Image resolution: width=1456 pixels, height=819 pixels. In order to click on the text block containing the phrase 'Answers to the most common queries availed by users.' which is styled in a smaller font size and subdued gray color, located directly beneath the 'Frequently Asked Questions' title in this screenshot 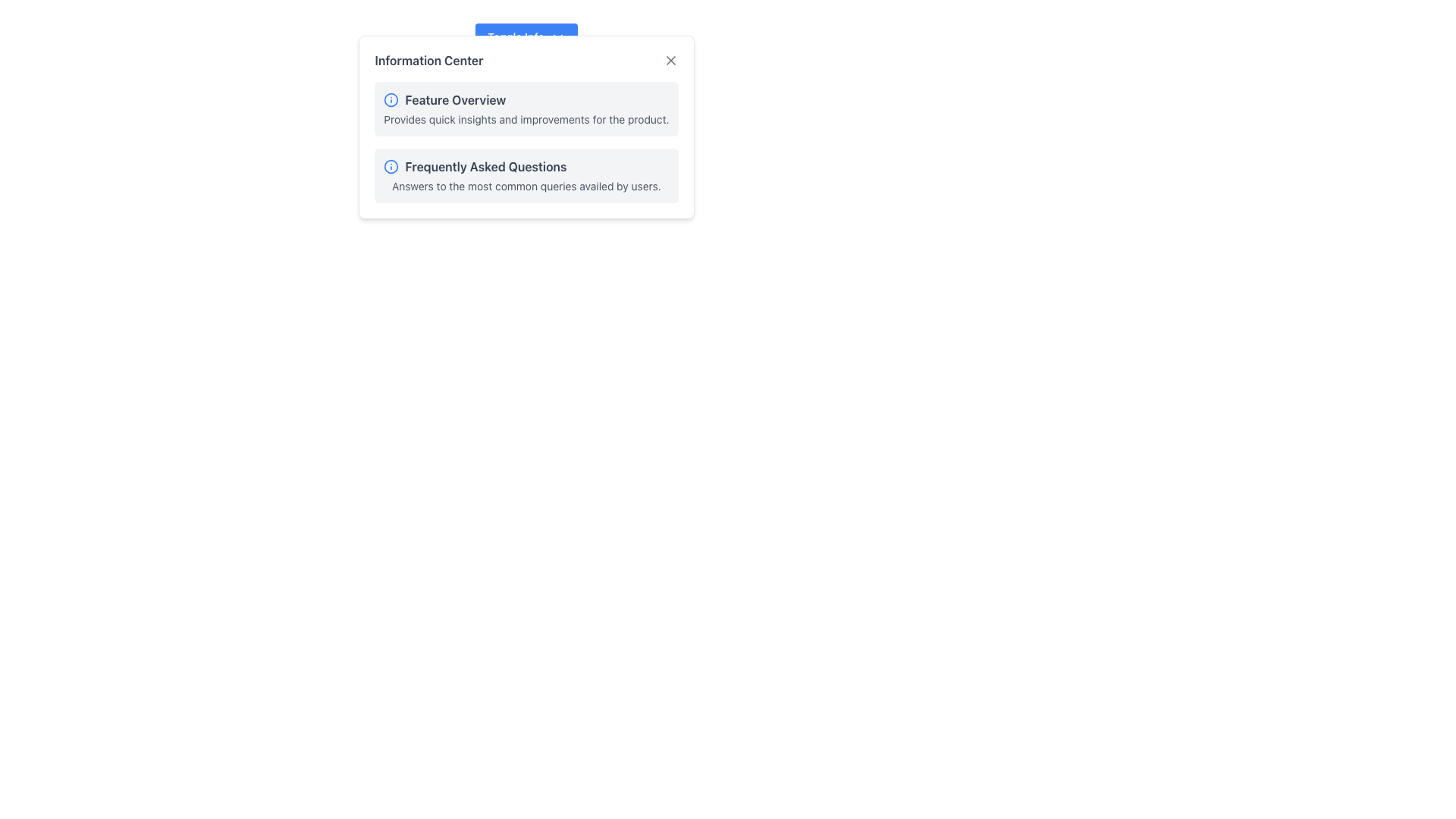, I will do `click(526, 186)`.